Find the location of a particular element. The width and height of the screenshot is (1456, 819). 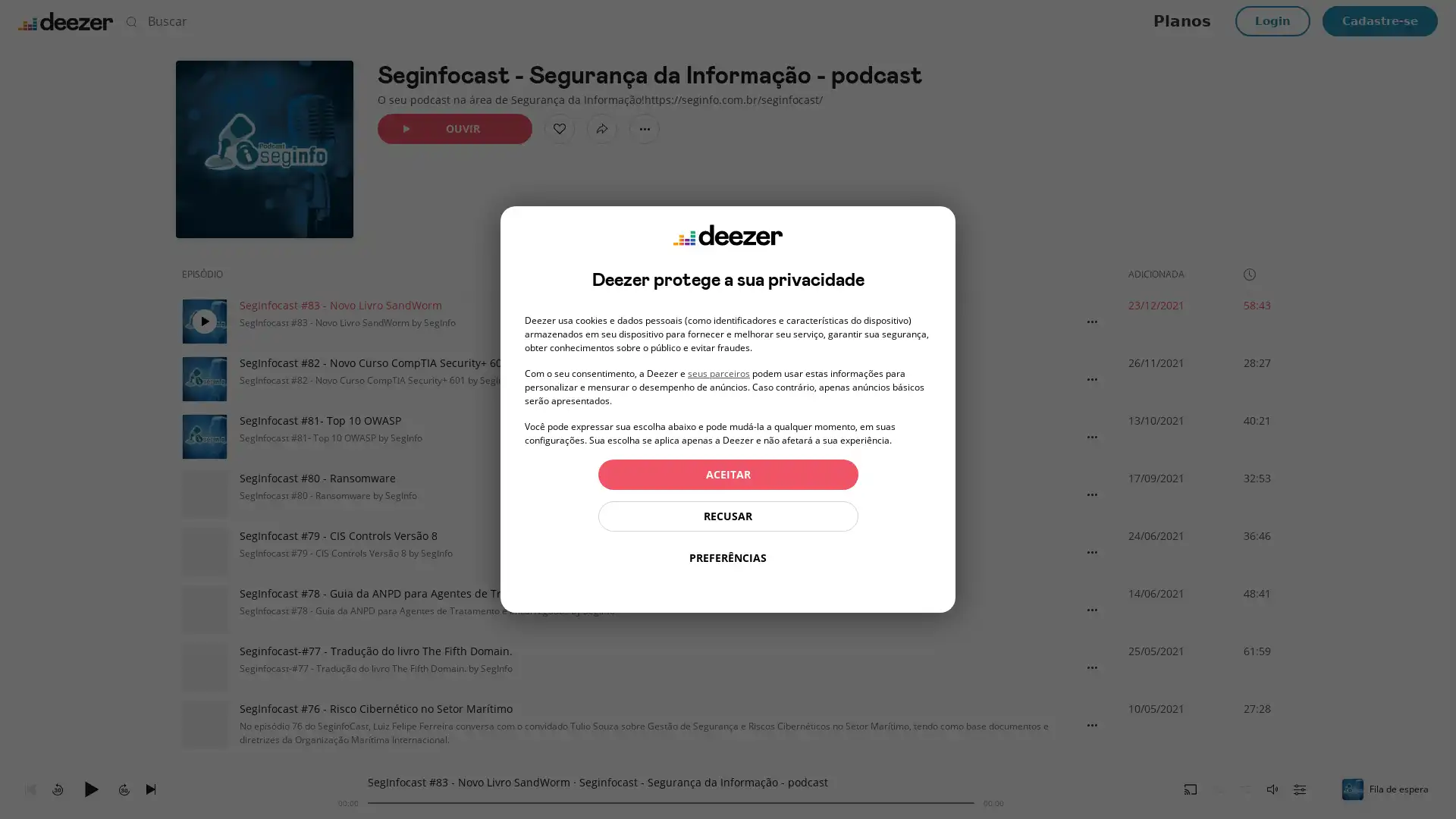

Tocar SegInfocast #75  LGPD: Impactos na Sociedade e a Jornada de Adequacao das Empresas por Seginfocast - Seguranca da Informacao - podcast is located at coordinates (203, 783).